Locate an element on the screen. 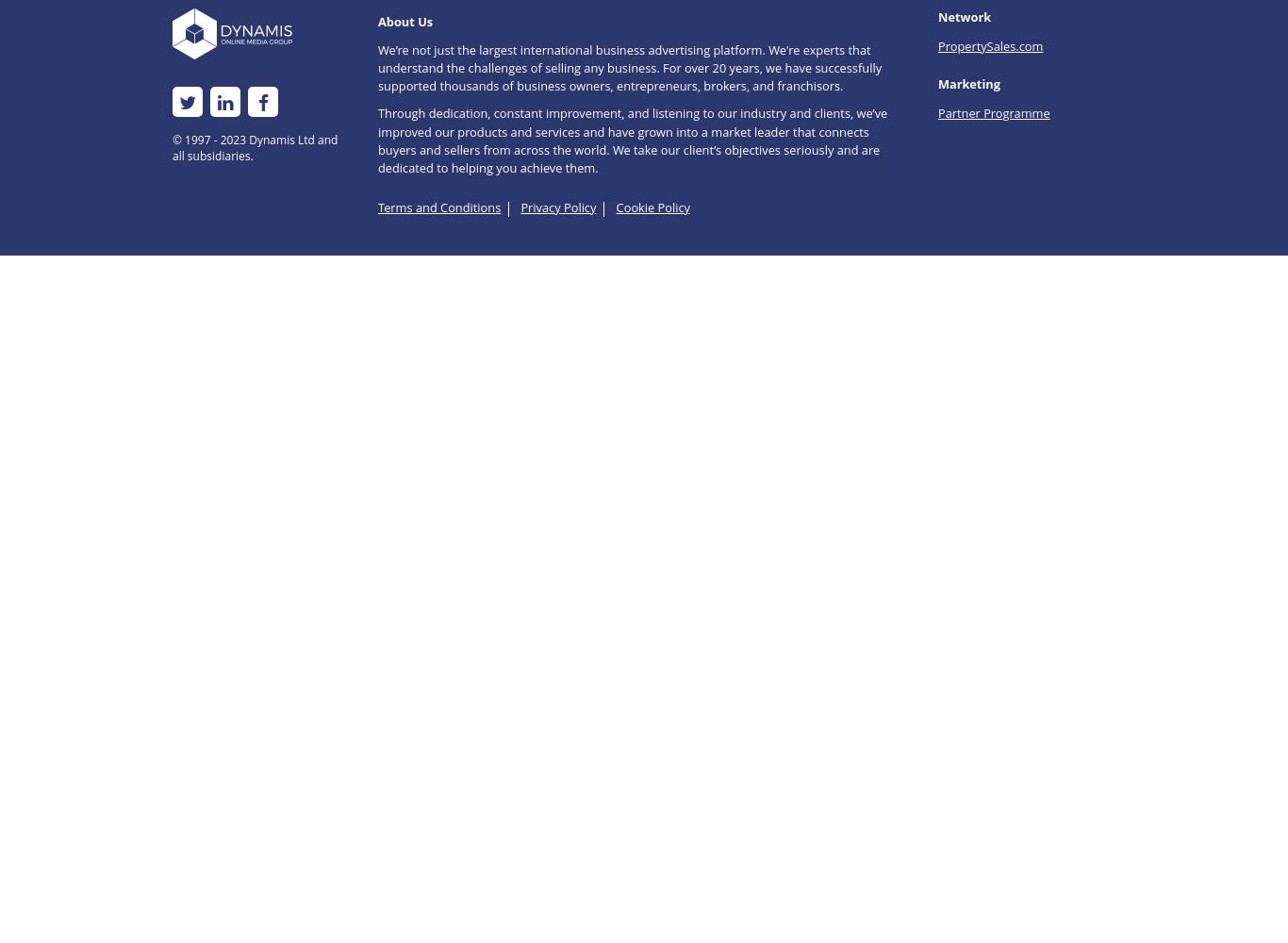 This screenshot has height=943, width=1288. 'We’re not just the largest international business advertising platform. We're experts that understand the challenges of selling any business. For over 20 years, we have successfully supported thousands of business owners, entrepreneurs, brokers, and franchisors.' is located at coordinates (628, 66).